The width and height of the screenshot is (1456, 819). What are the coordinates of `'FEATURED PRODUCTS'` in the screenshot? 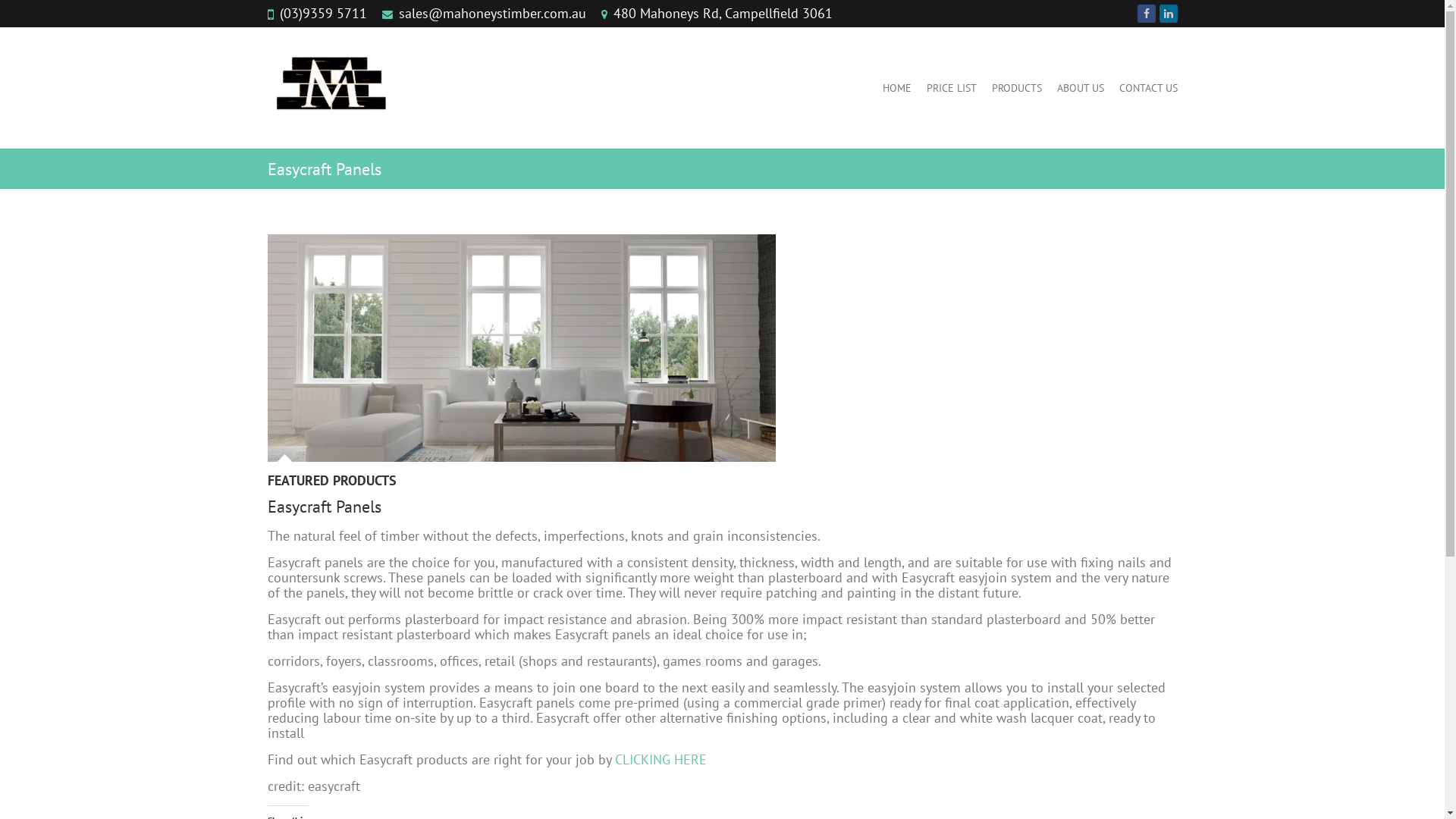 It's located at (330, 485).